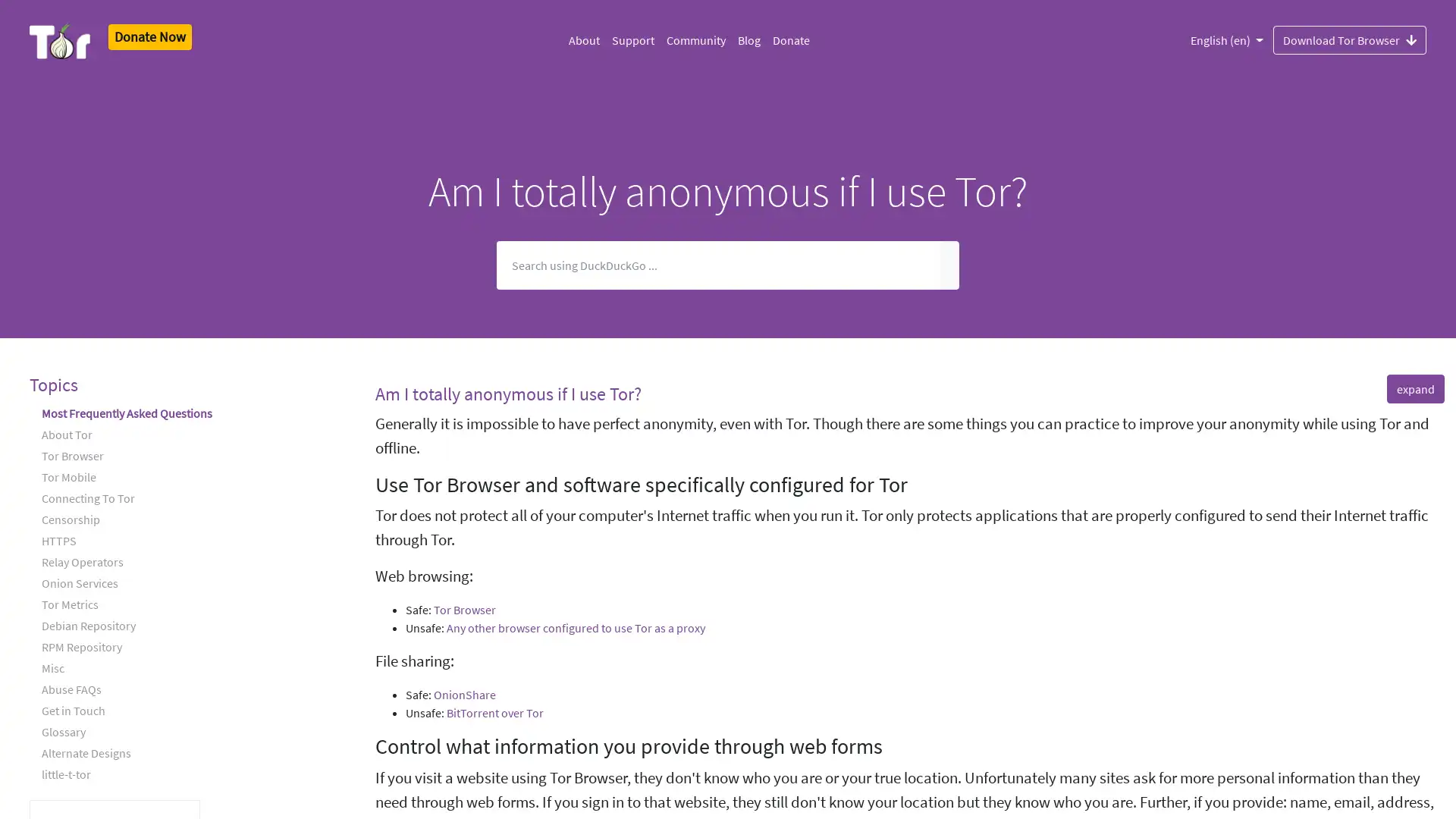 The width and height of the screenshot is (1456, 819). What do you see at coordinates (187, 539) in the screenshot?
I see `HTTPS` at bounding box center [187, 539].